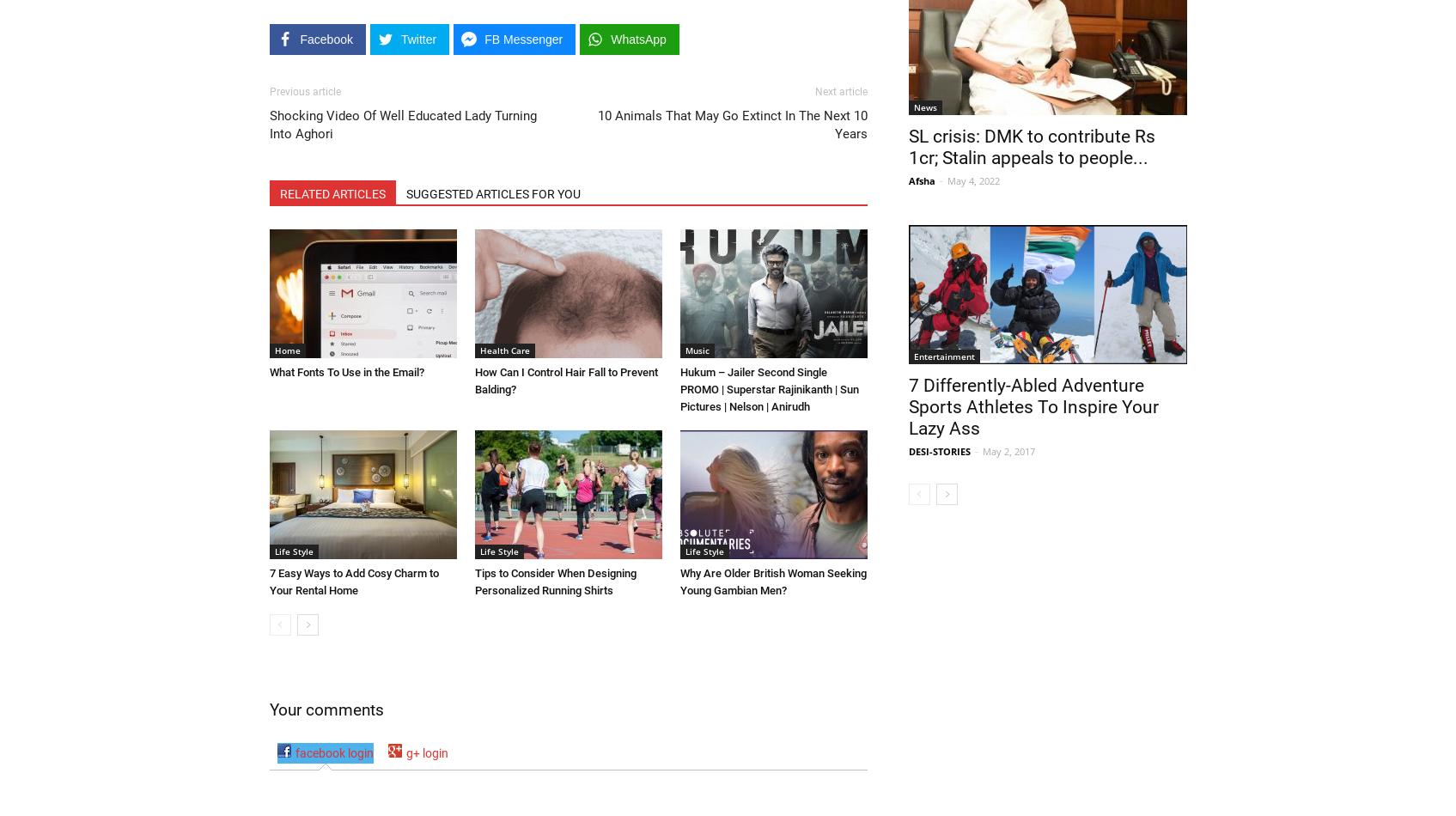  Describe the element at coordinates (331, 192) in the screenshot. I see `'RELATED ARTICLES'` at that location.